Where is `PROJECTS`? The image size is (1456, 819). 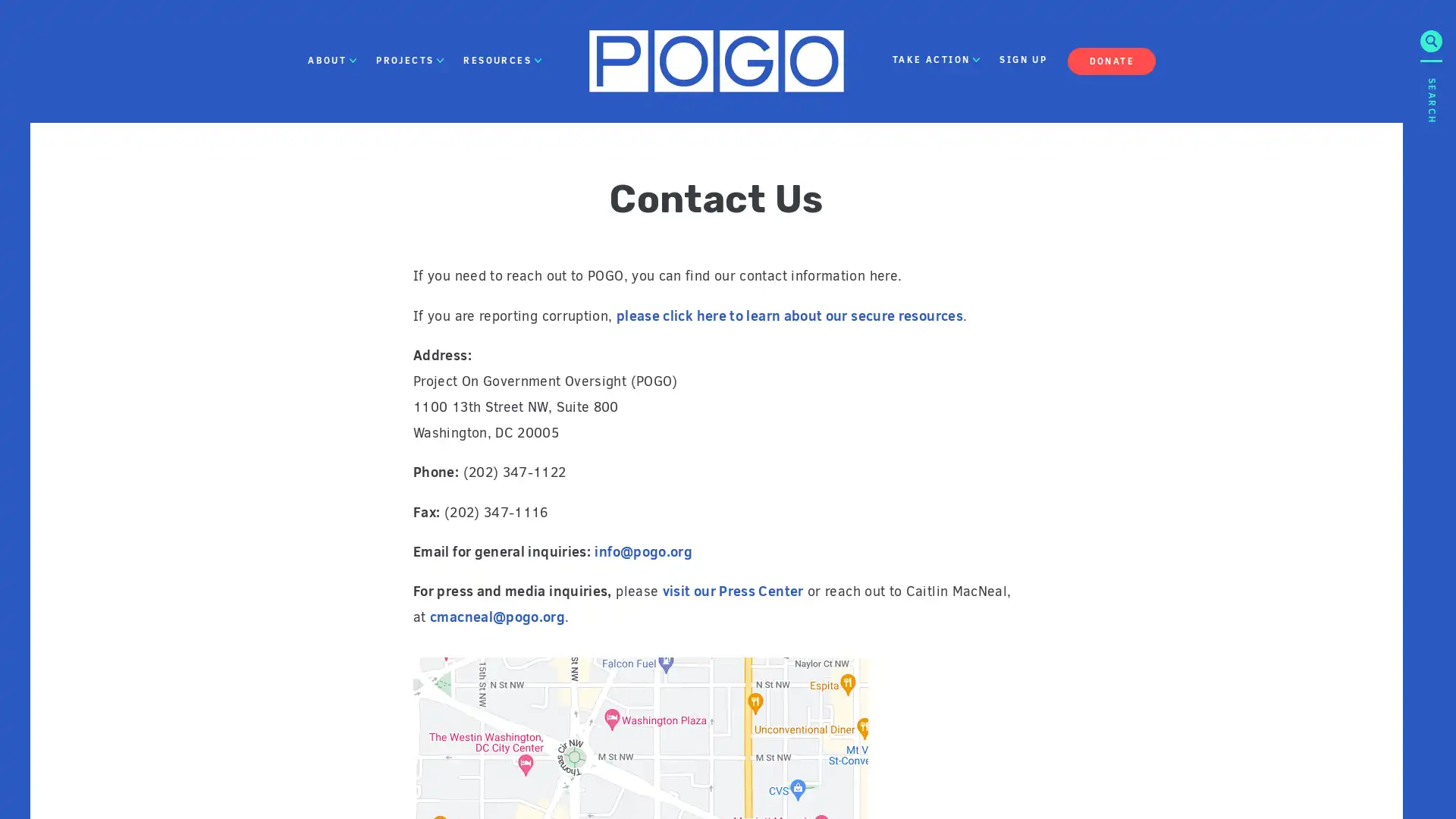
PROJECTS is located at coordinates (410, 60).